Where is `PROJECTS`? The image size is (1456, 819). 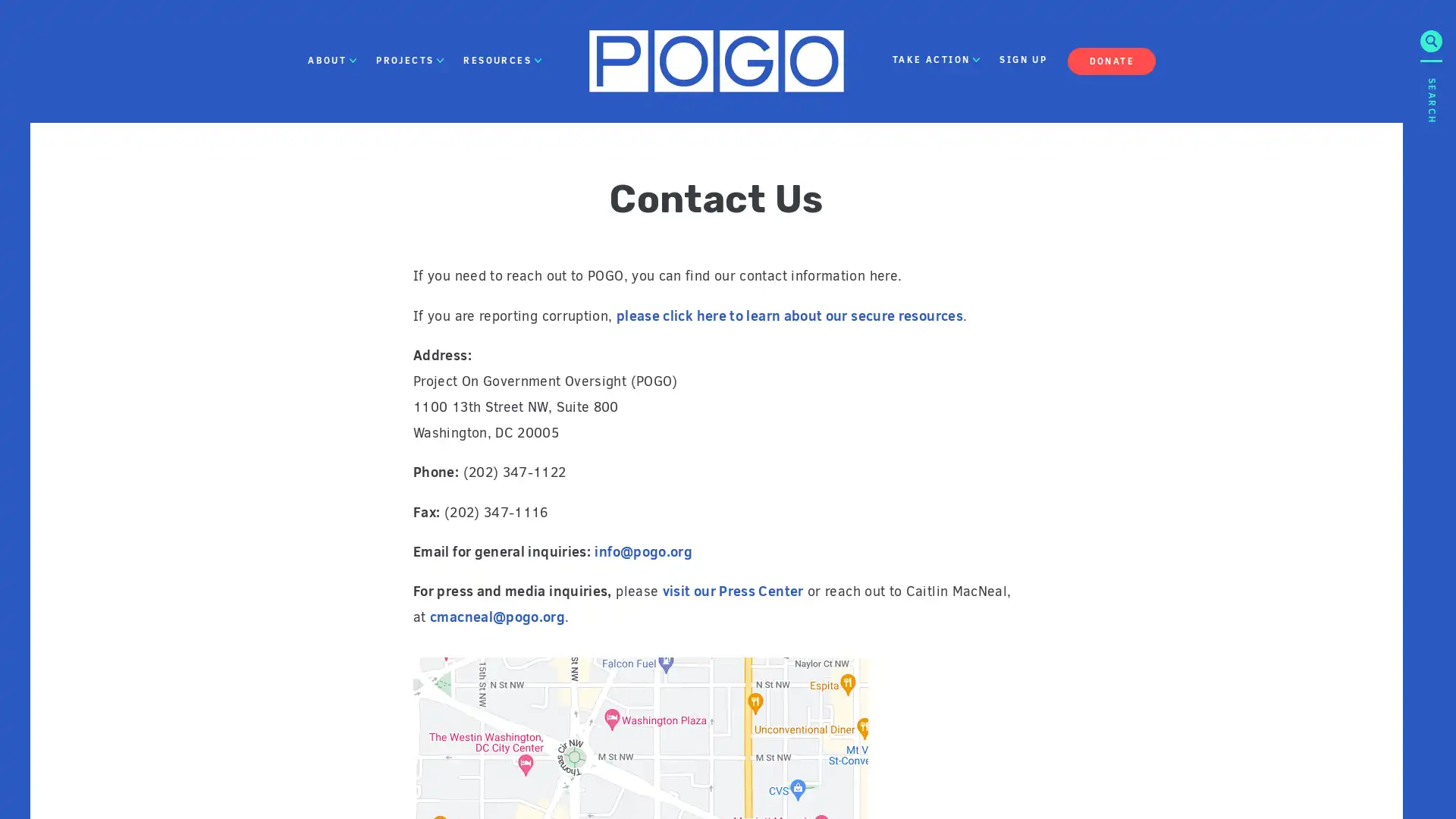
PROJECTS is located at coordinates (410, 60).